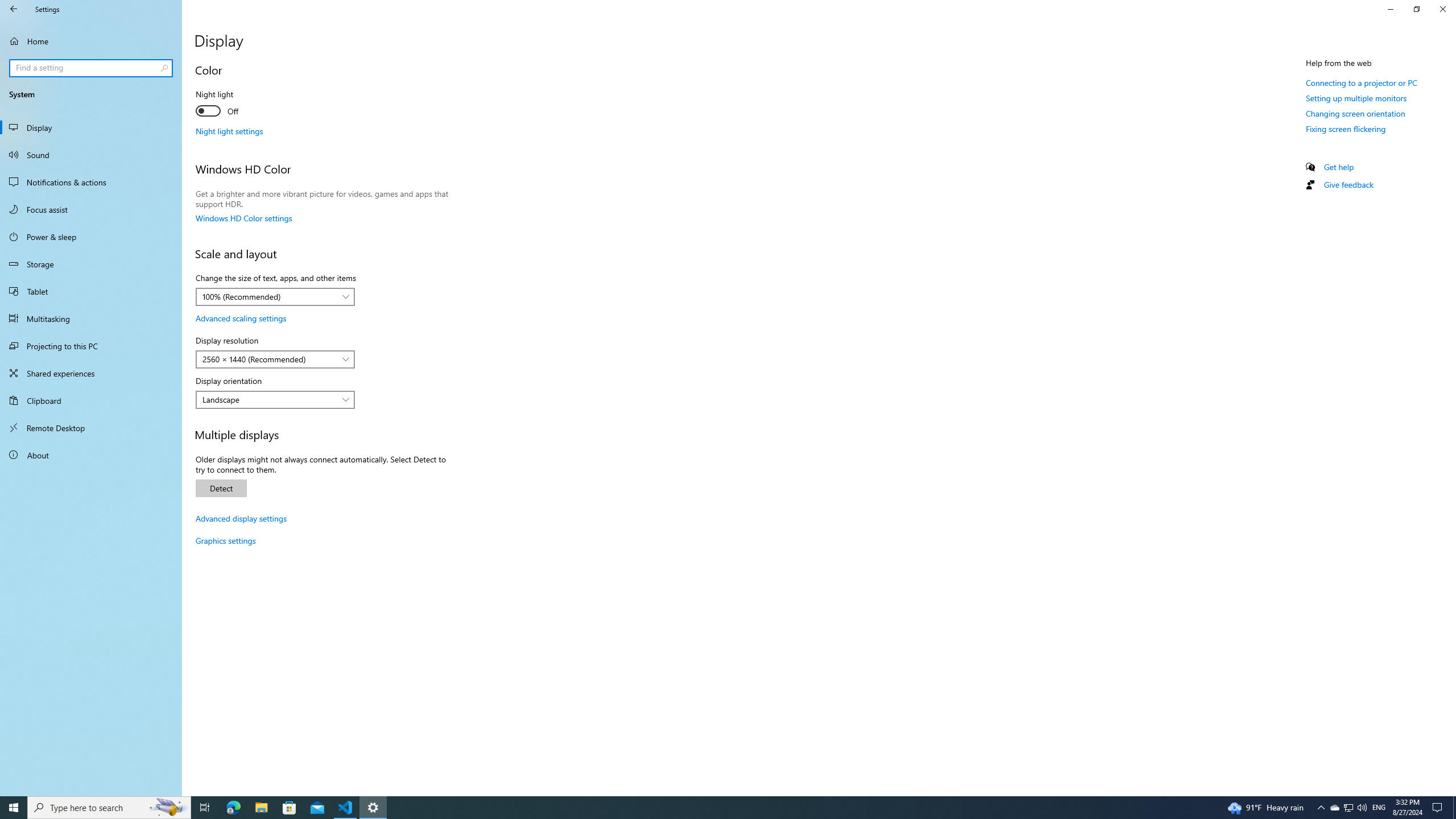 The image size is (1456, 819). What do you see at coordinates (90, 372) in the screenshot?
I see `'Shared experiences'` at bounding box center [90, 372].